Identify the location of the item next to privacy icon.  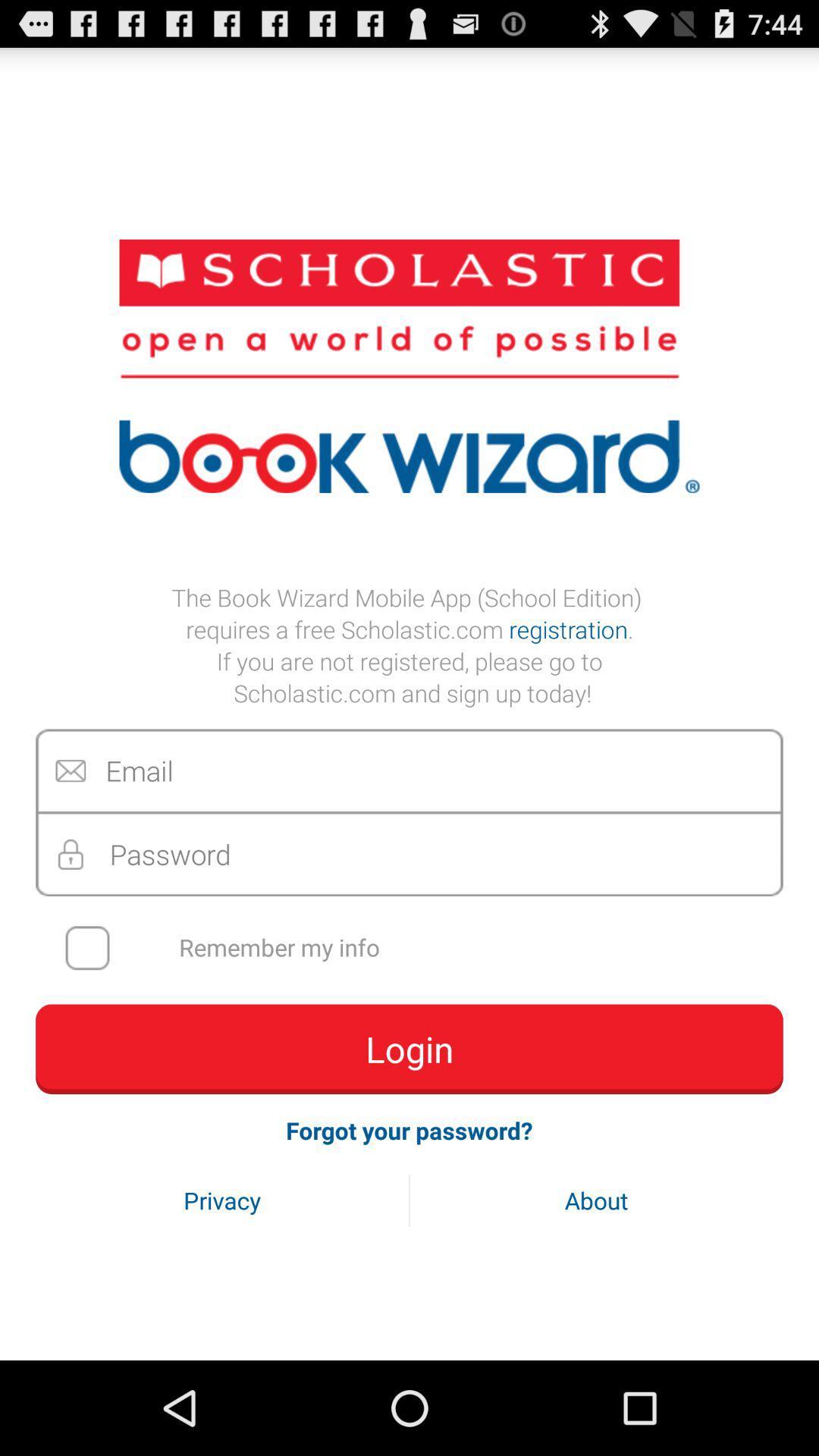
(595, 1200).